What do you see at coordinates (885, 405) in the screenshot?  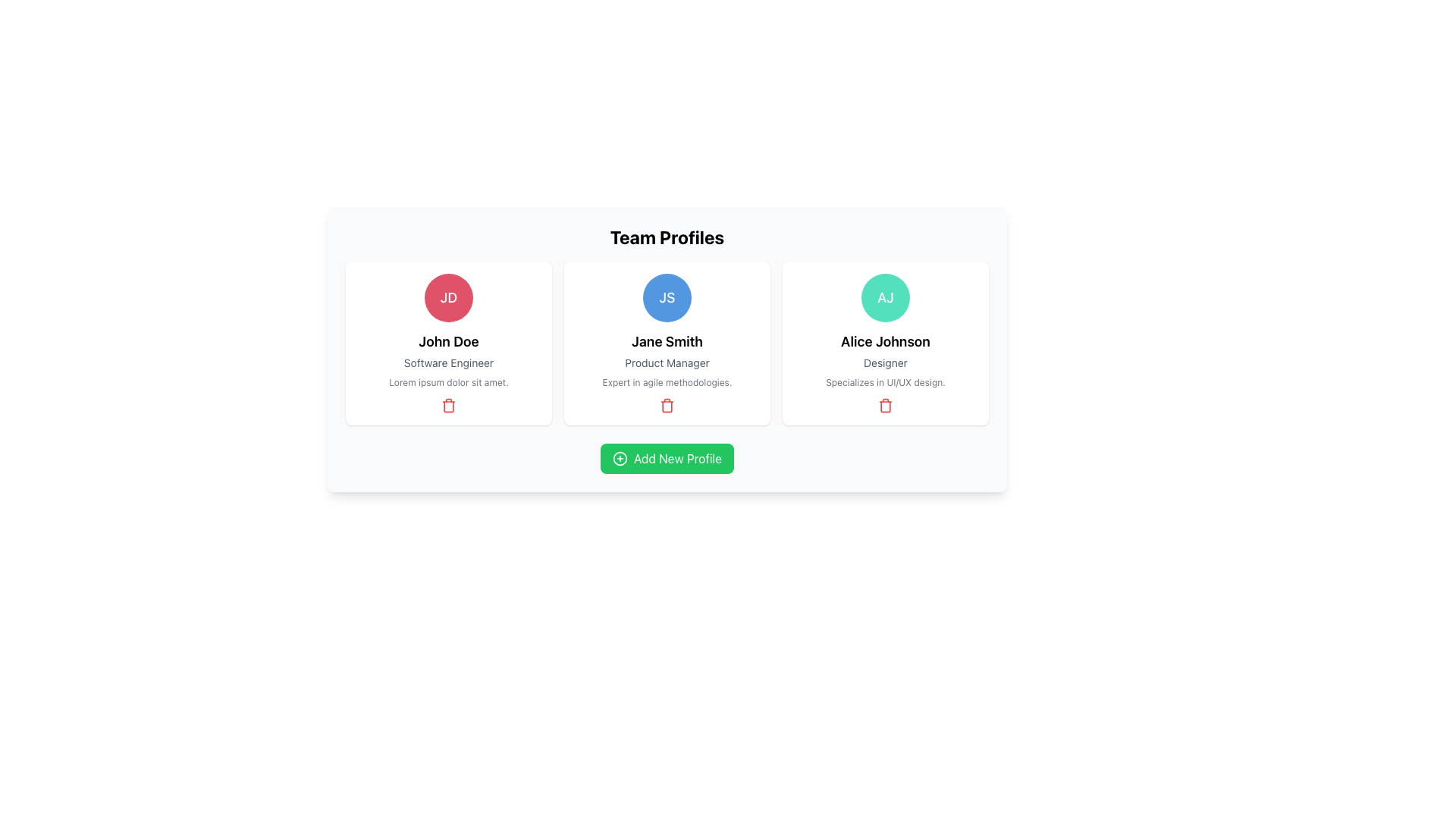 I see `the trash can icon located at the bottom center of Alice Johnson's profile card` at bounding box center [885, 405].